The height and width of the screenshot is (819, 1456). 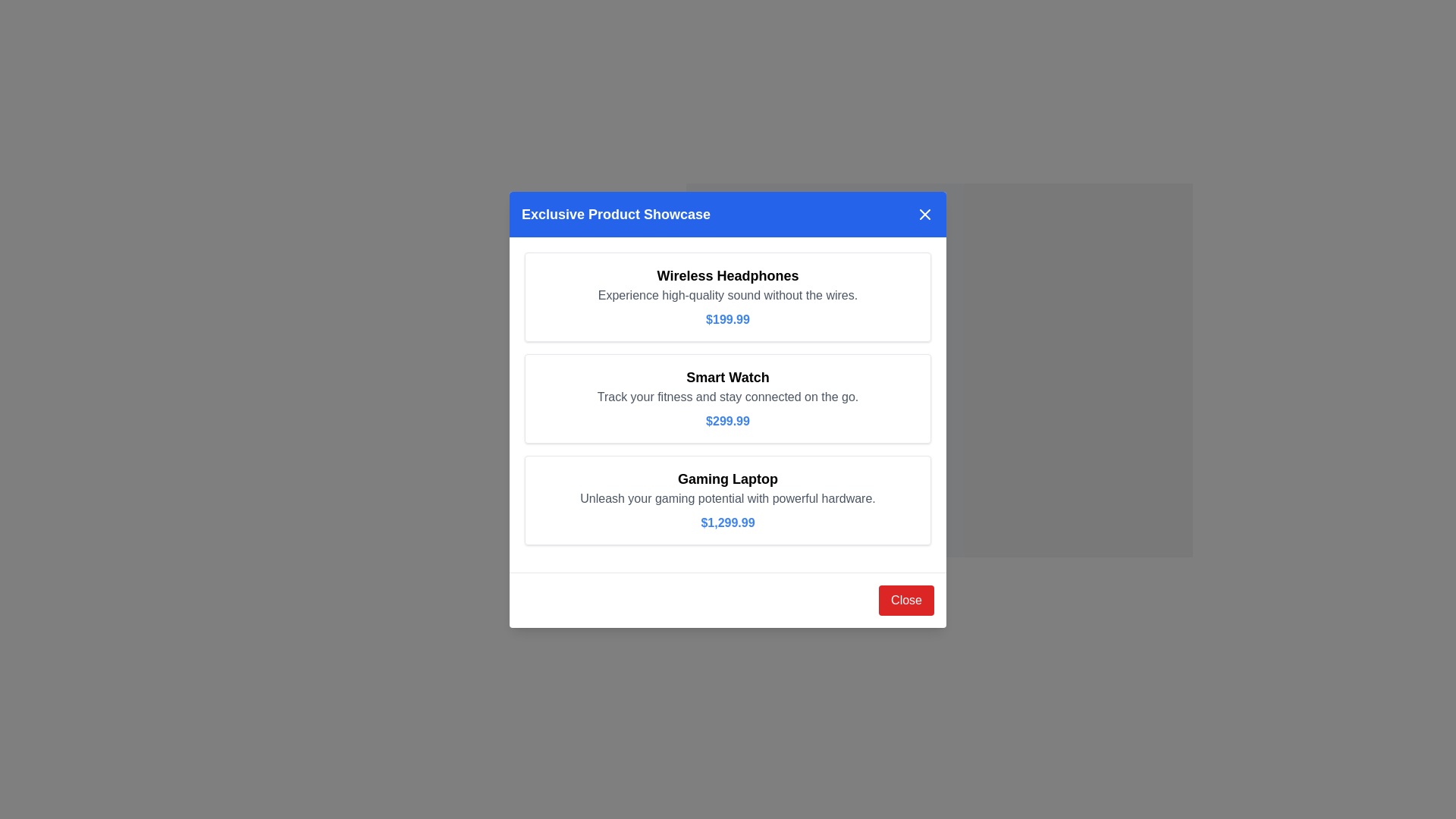 What do you see at coordinates (728, 498) in the screenshot?
I see `text element that reads 'Unleash your gaming potential with powerful hardware.', styled with a gray font color, located below the title 'Gaming Laptop' and above the price information` at bounding box center [728, 498].